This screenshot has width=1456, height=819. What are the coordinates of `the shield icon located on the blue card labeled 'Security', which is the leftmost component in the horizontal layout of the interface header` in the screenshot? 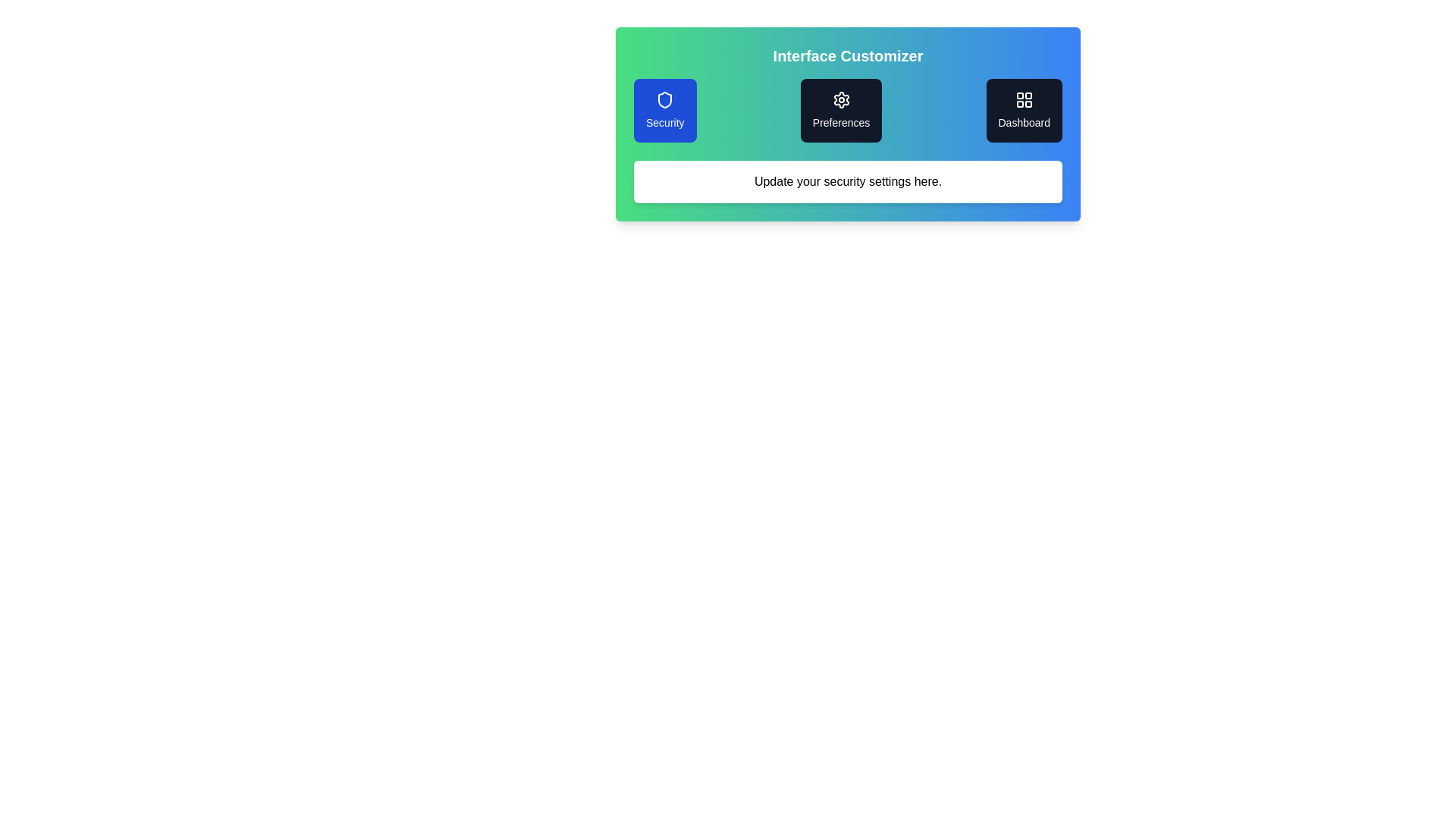 It's located at (665, 99).